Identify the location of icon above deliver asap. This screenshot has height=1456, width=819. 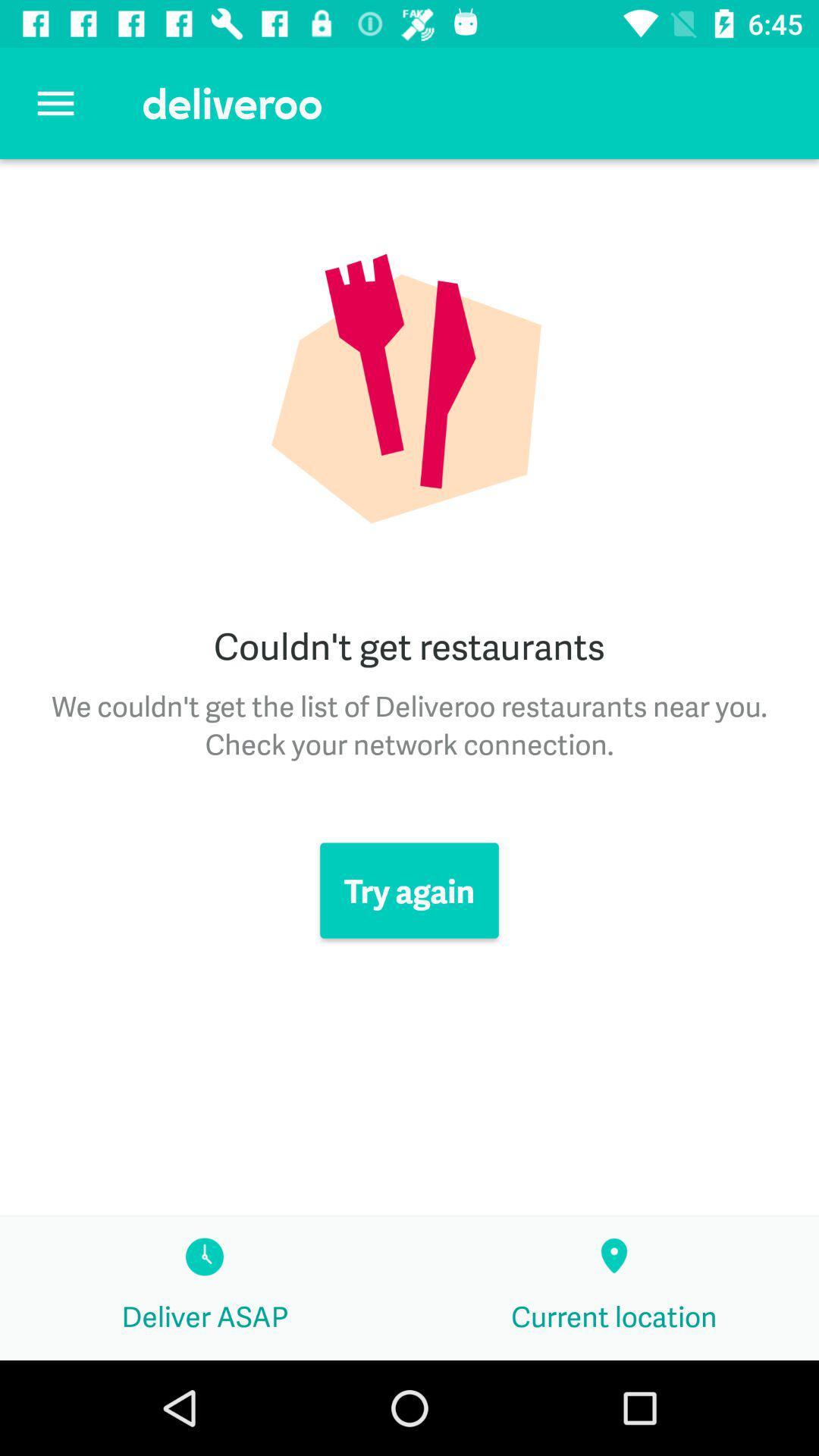
(409, 890).